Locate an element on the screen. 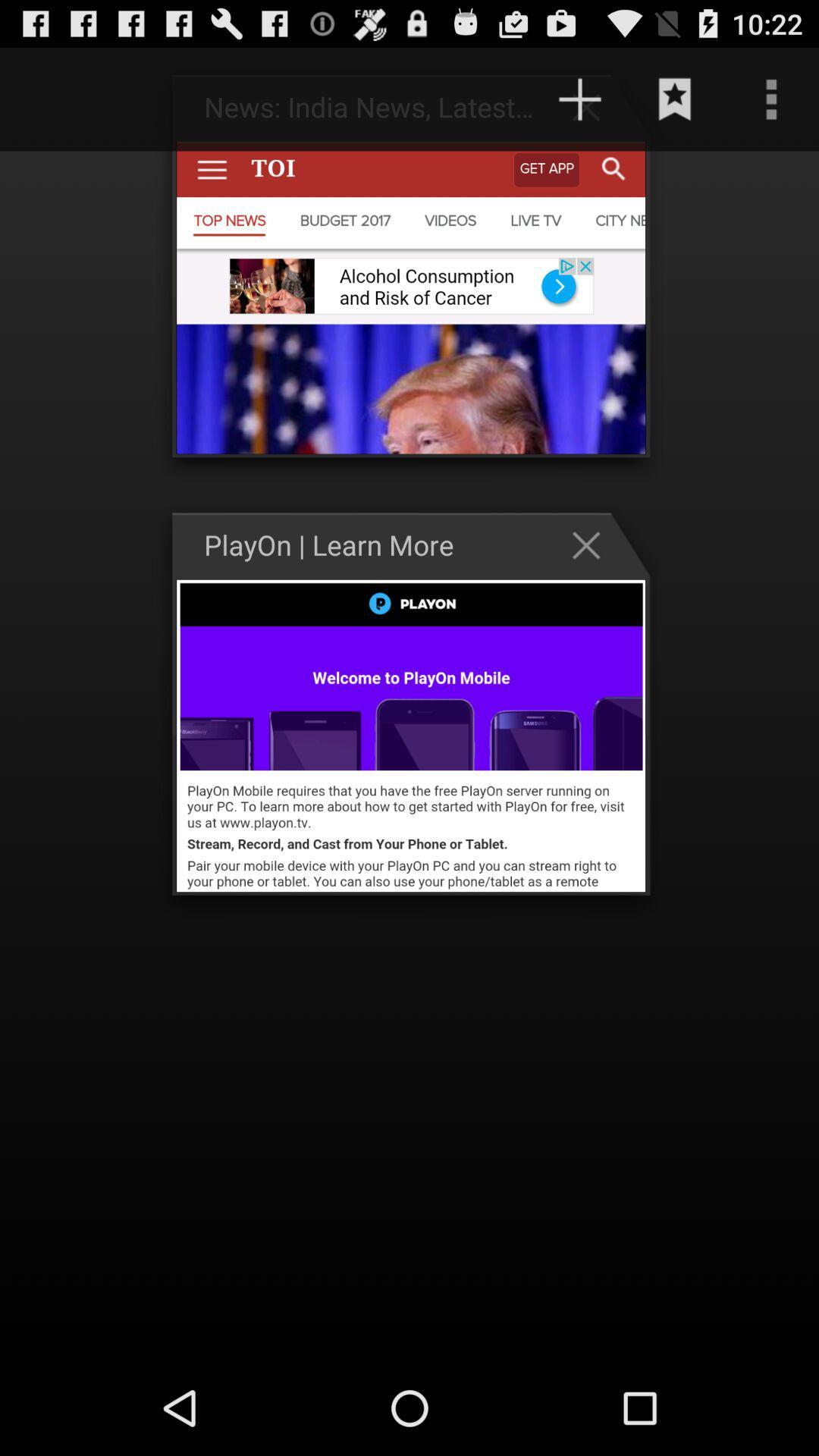 This screenshot has height=1456, width=819. the http www playon item is located at coordinates (453, 99).